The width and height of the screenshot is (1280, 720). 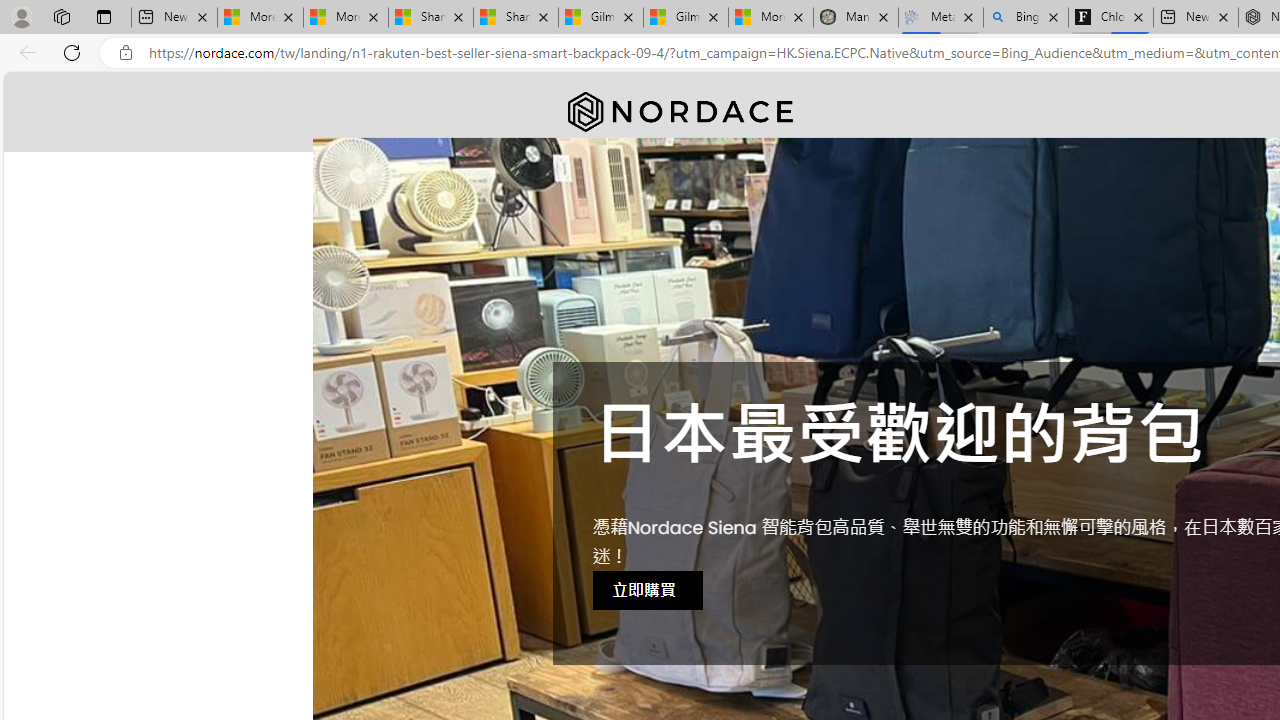 What do you see at coordinates (686, 17) in the screenshot?
I see `'Gilma and Hector both pose tropical trouble for Hawaii'` at bounding box center [686, 17].